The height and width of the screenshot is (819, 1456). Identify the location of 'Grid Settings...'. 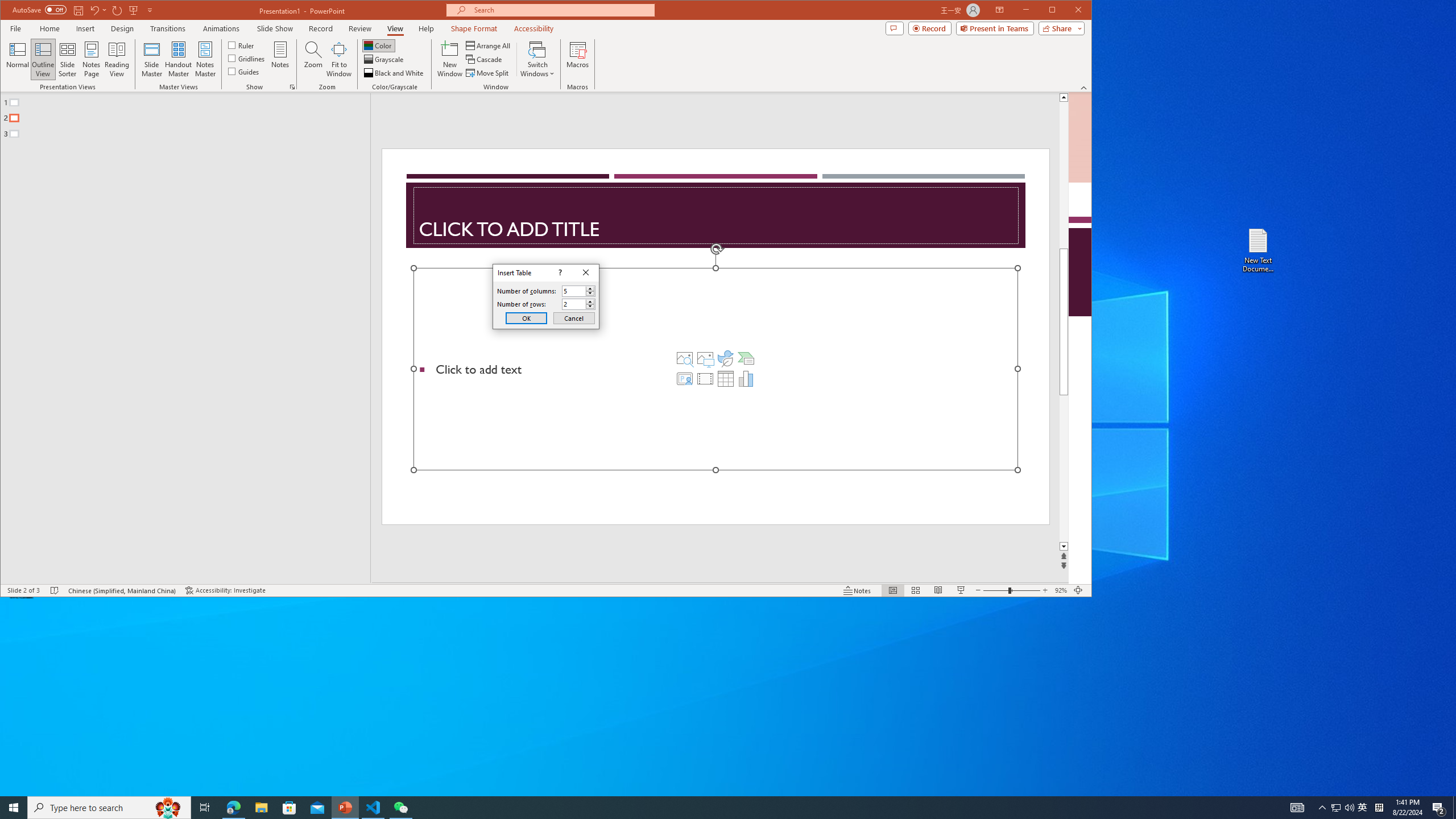
(292, 87).